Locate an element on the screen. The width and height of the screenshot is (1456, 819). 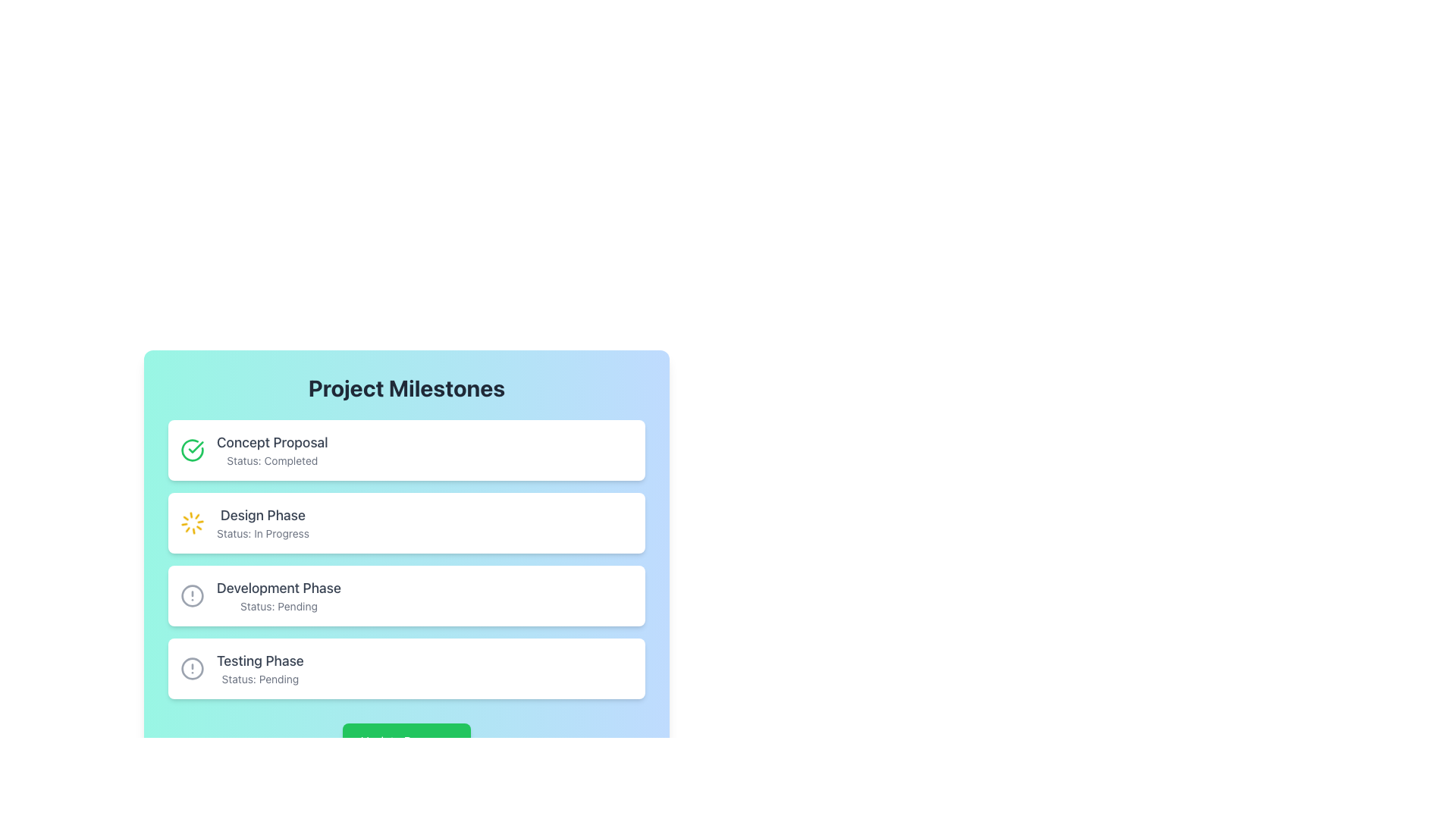
the 'Design Phase' informational card, which includes the subtitle 'Status: In Progress' is located at coordinates (262, 522).